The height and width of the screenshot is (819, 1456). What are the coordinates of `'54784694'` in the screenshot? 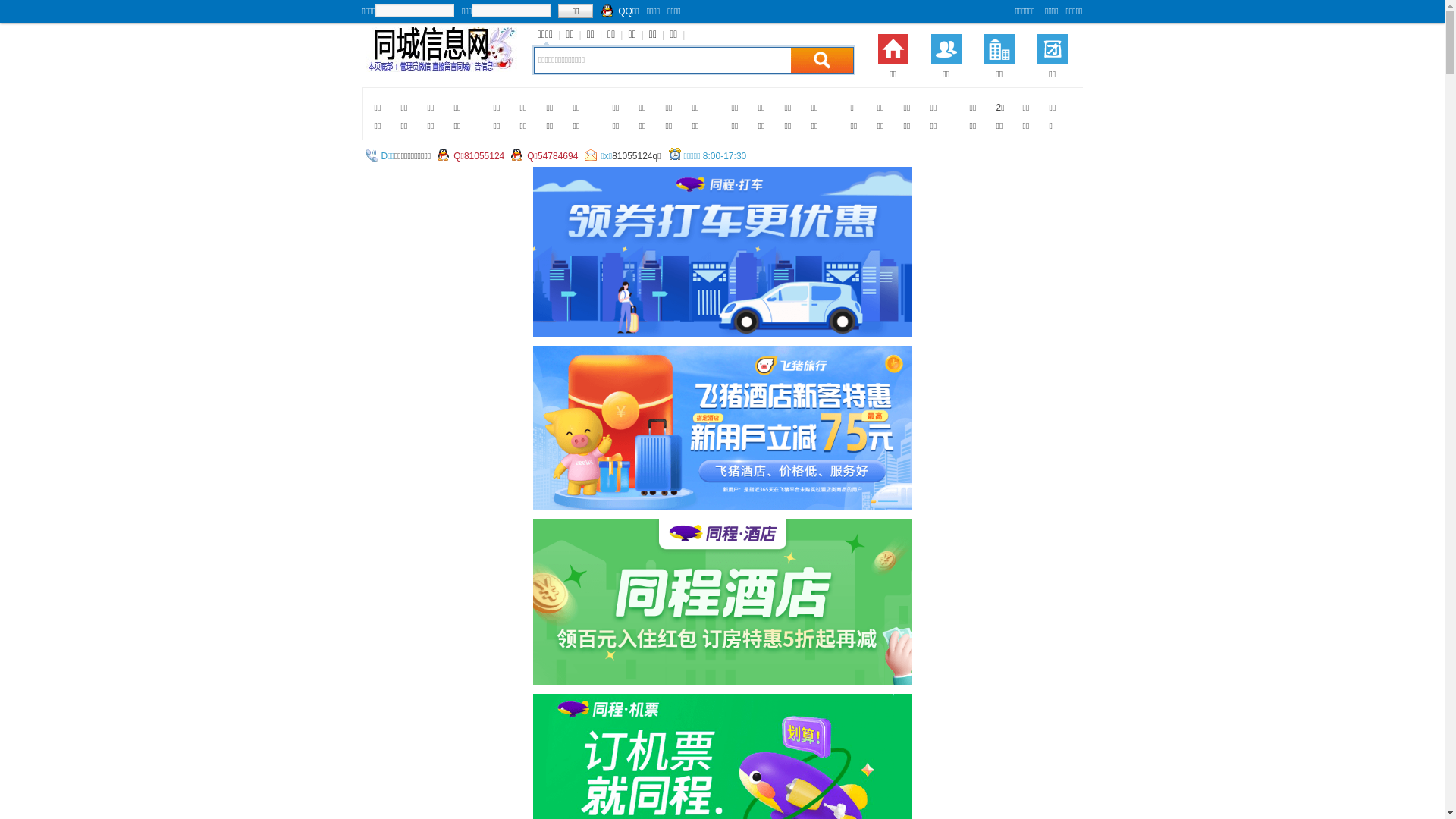 It's located at (557, 155).